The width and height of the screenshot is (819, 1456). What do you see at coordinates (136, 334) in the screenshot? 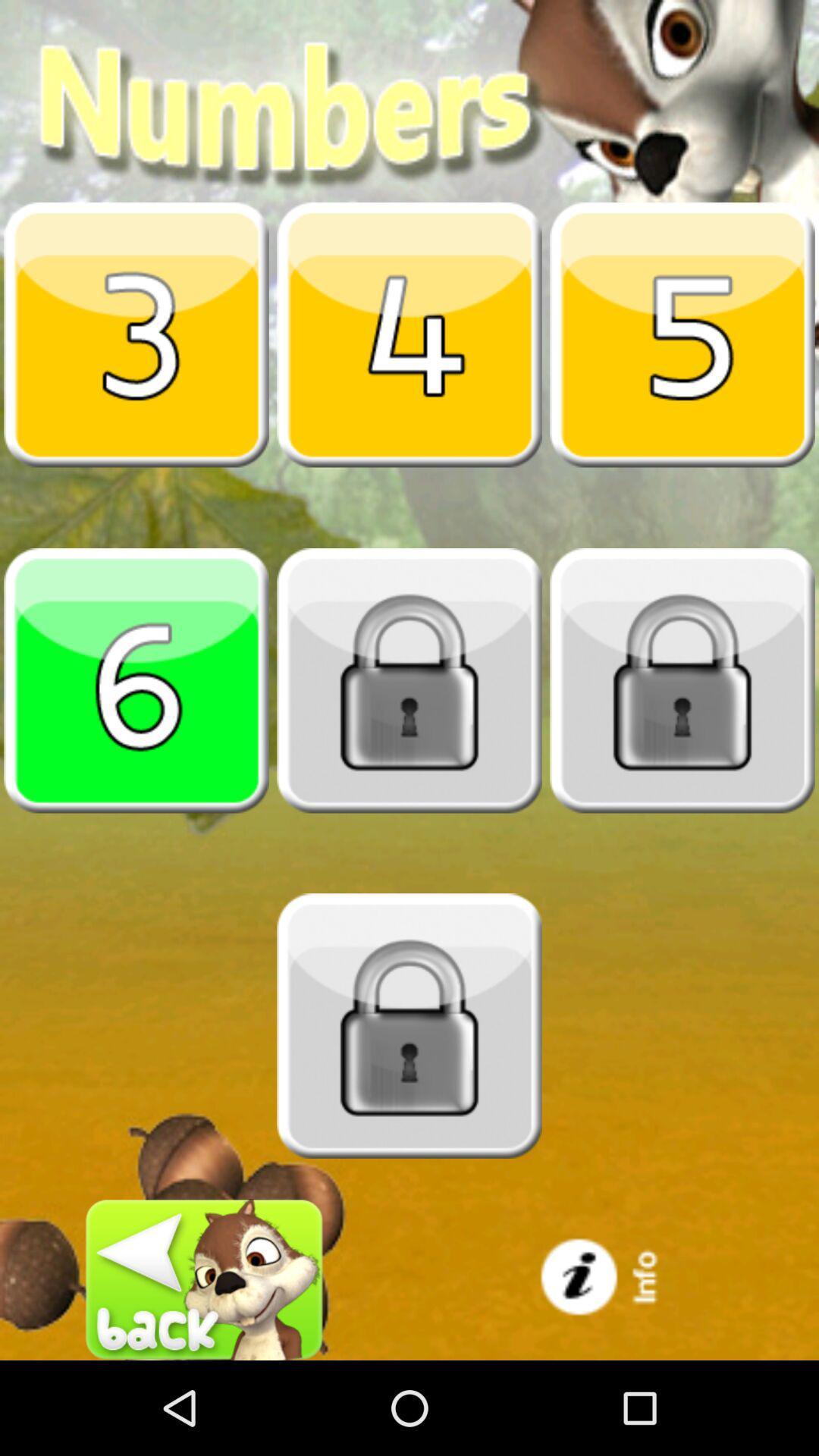
I see `number` at bounding box center [136, 334].